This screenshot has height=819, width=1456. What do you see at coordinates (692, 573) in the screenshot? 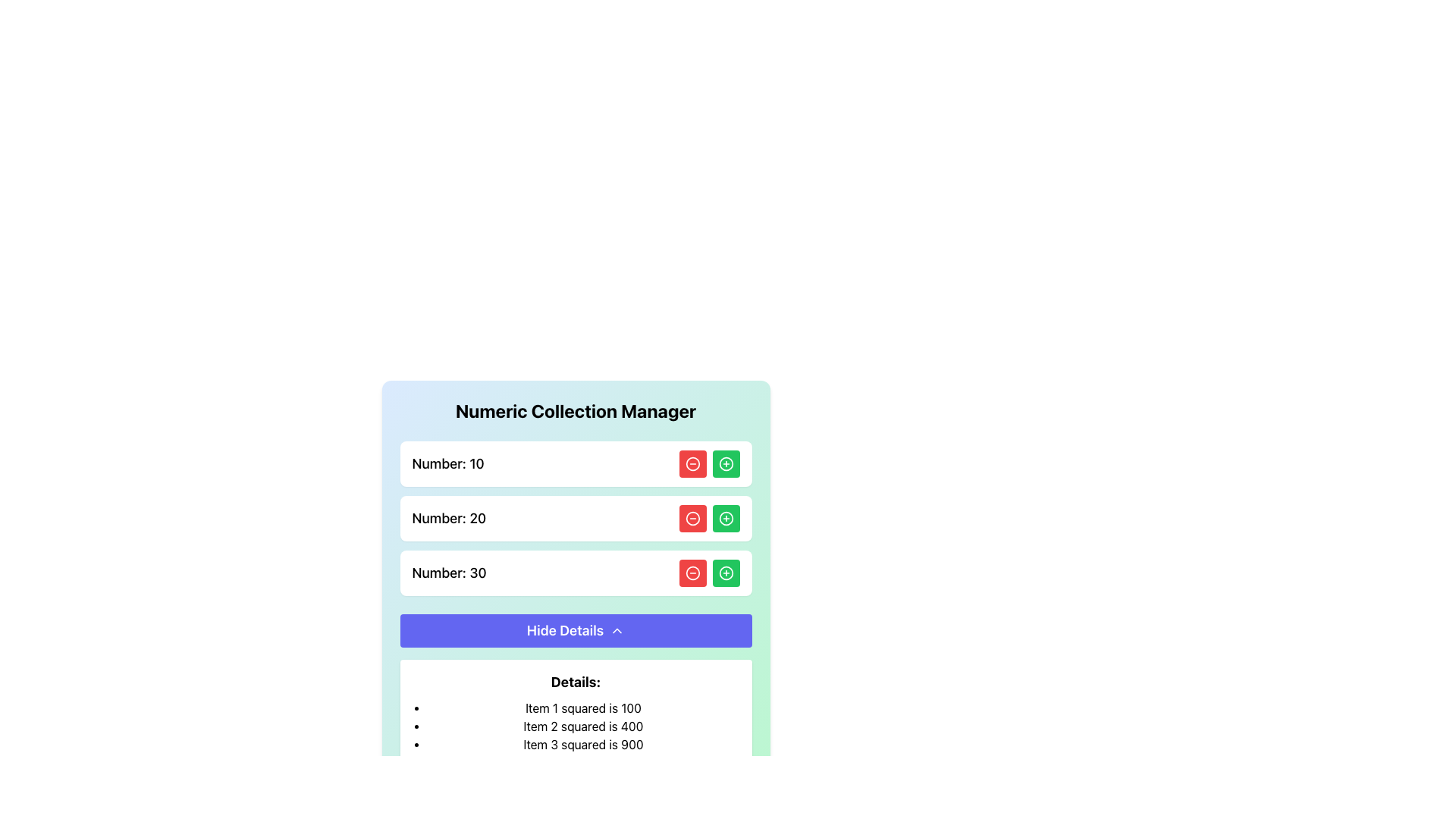
I see `the first button in the pair at the right end of the row displaying 'Number: 30' to decrement the number or remove the respective item from the list` at bounding box center [692, 573].